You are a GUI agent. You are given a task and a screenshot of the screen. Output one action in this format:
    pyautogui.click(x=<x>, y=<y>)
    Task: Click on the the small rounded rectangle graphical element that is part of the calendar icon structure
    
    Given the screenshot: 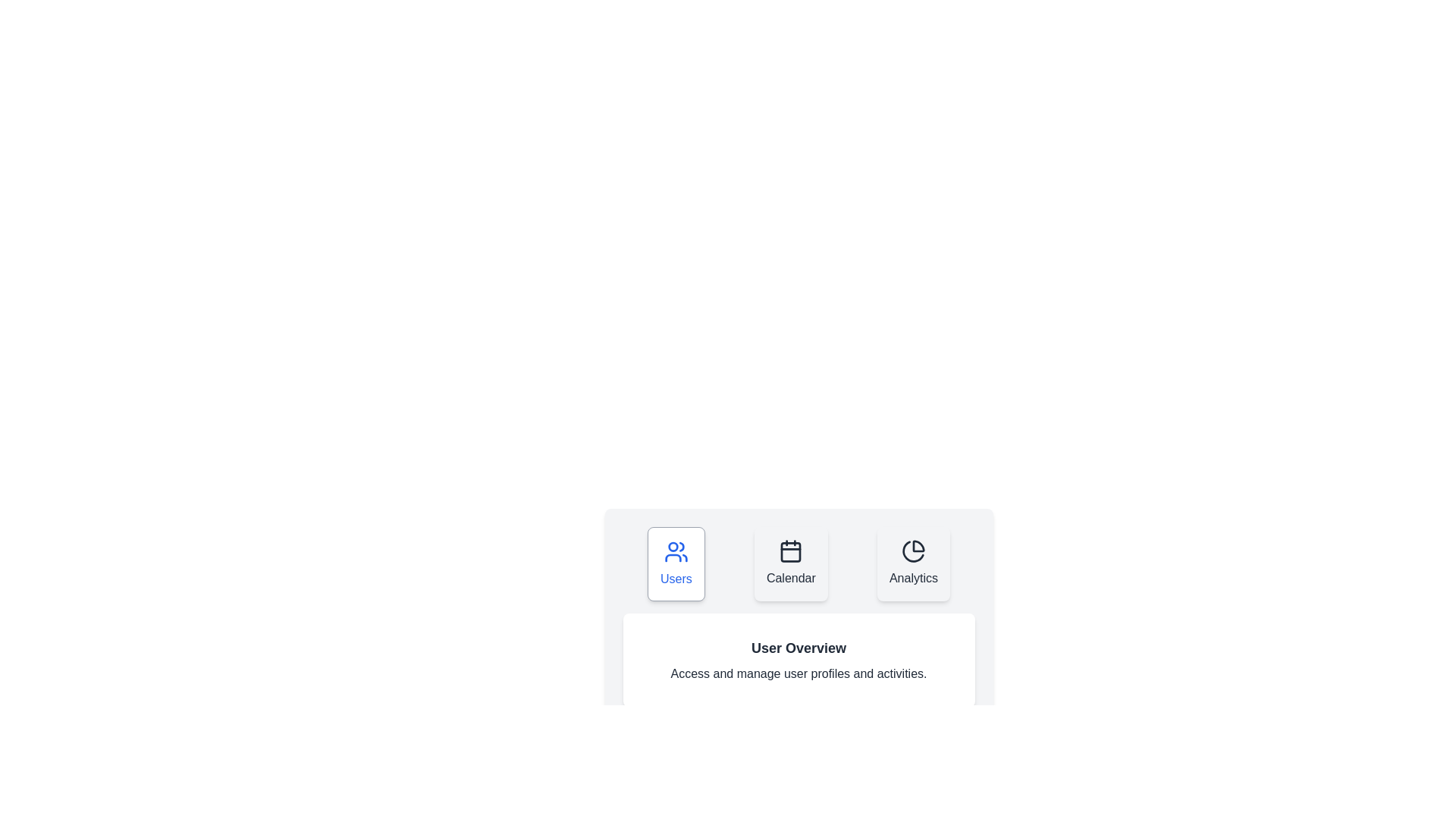 What is the action you would take?
    pyautogui.click(x=790, y=552)
    